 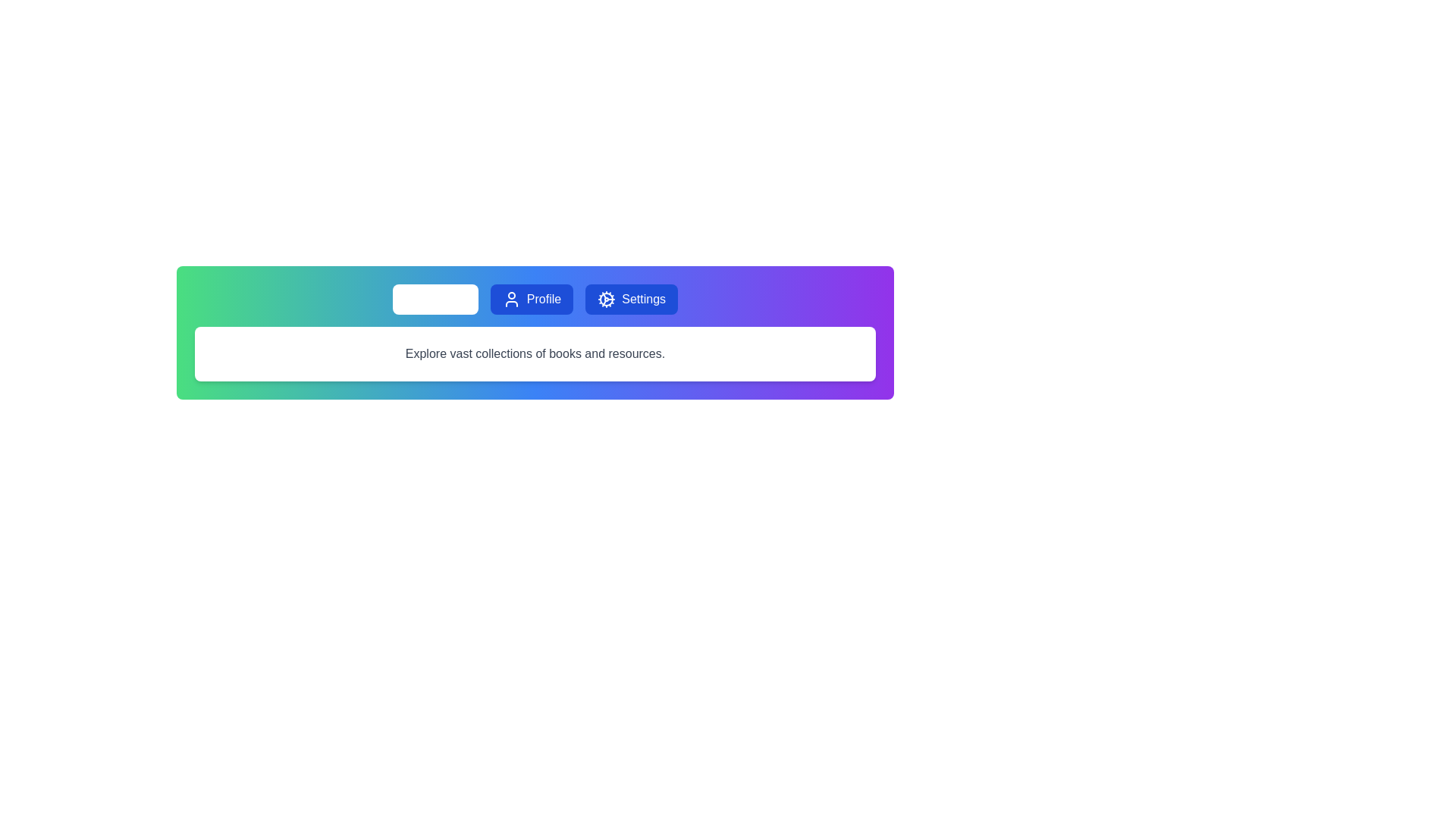 What do you see at coordinates (532, 299) in the screenshot?
I see `the tab labeled Profile to switch to the corresponding section` at bounding box center [532, 299].